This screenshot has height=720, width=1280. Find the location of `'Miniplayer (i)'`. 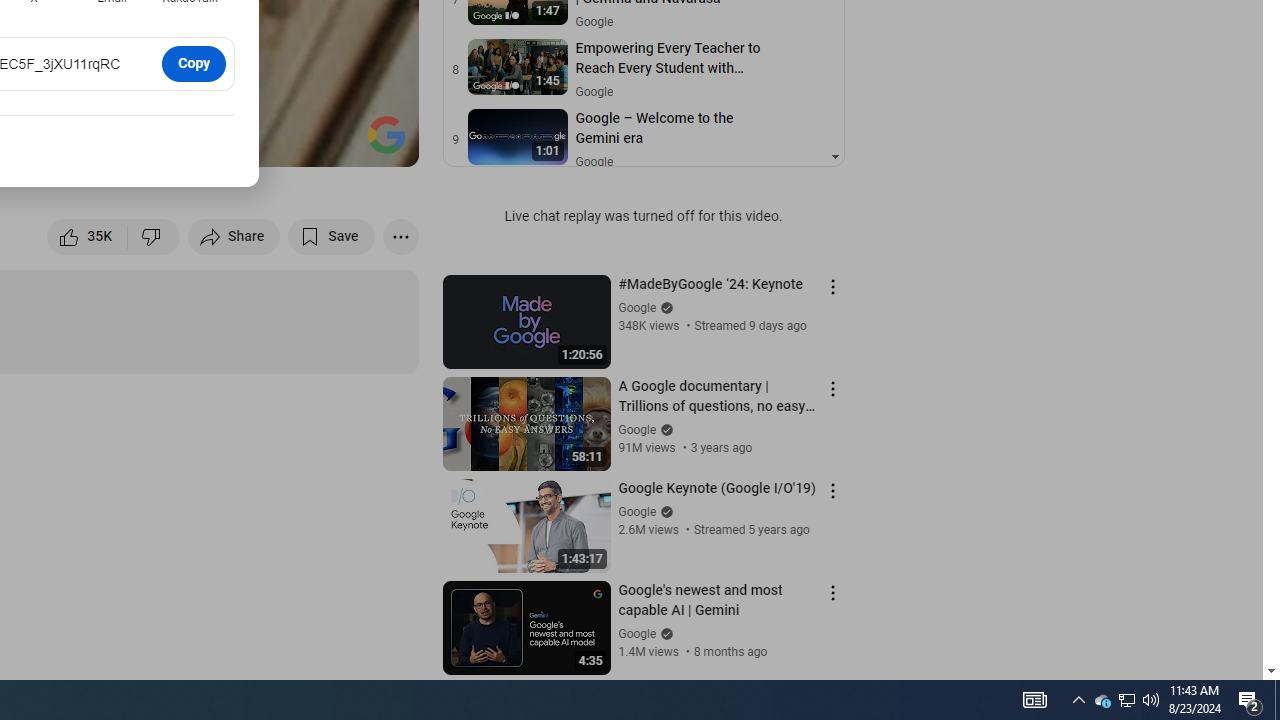

'Miniplayer (i)' is located at coordinates (285, 141).